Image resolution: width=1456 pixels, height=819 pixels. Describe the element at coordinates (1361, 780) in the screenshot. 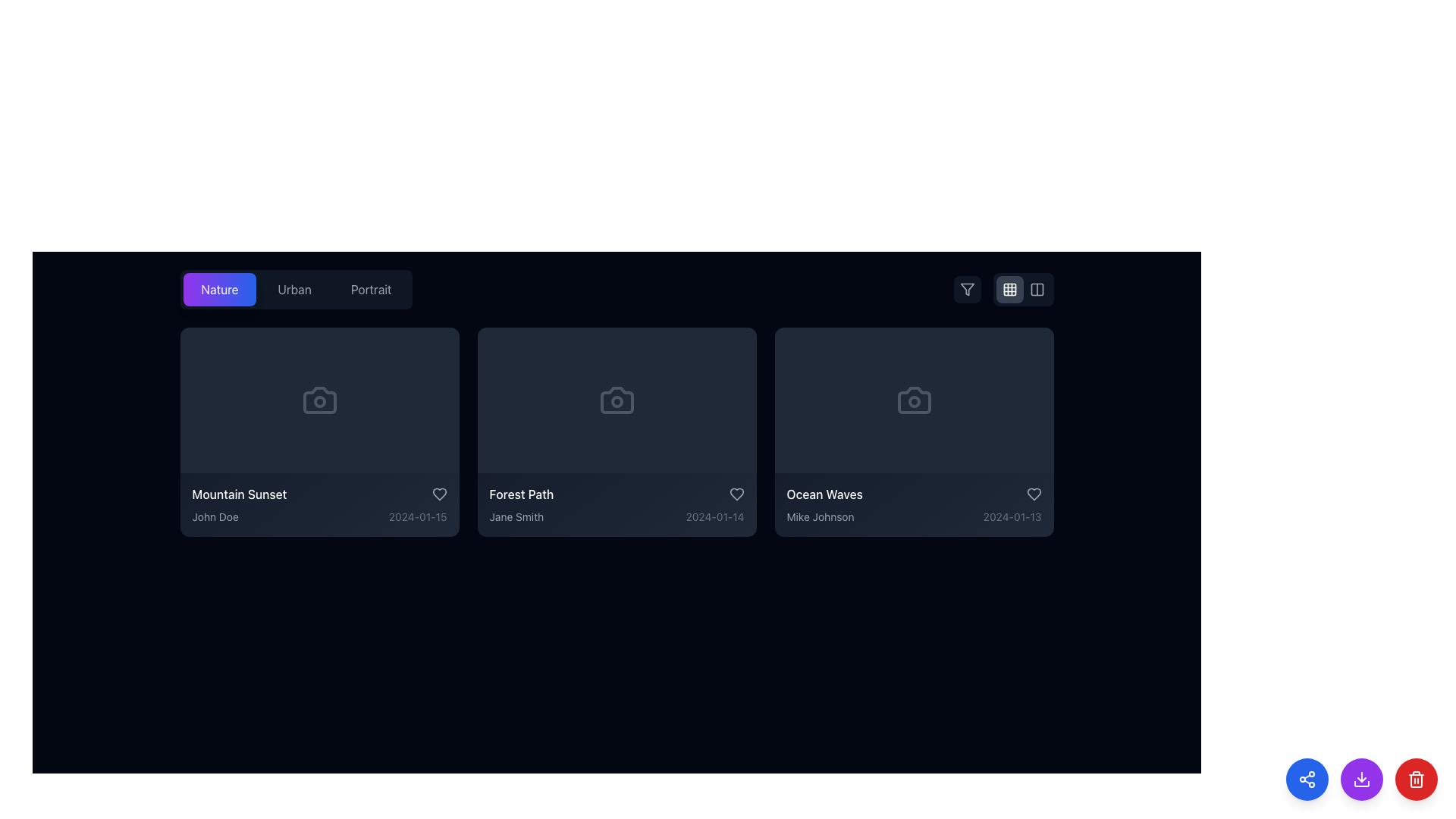

I see `the middle button with an SVG icon in the bottom right corner of the interface` at that location.